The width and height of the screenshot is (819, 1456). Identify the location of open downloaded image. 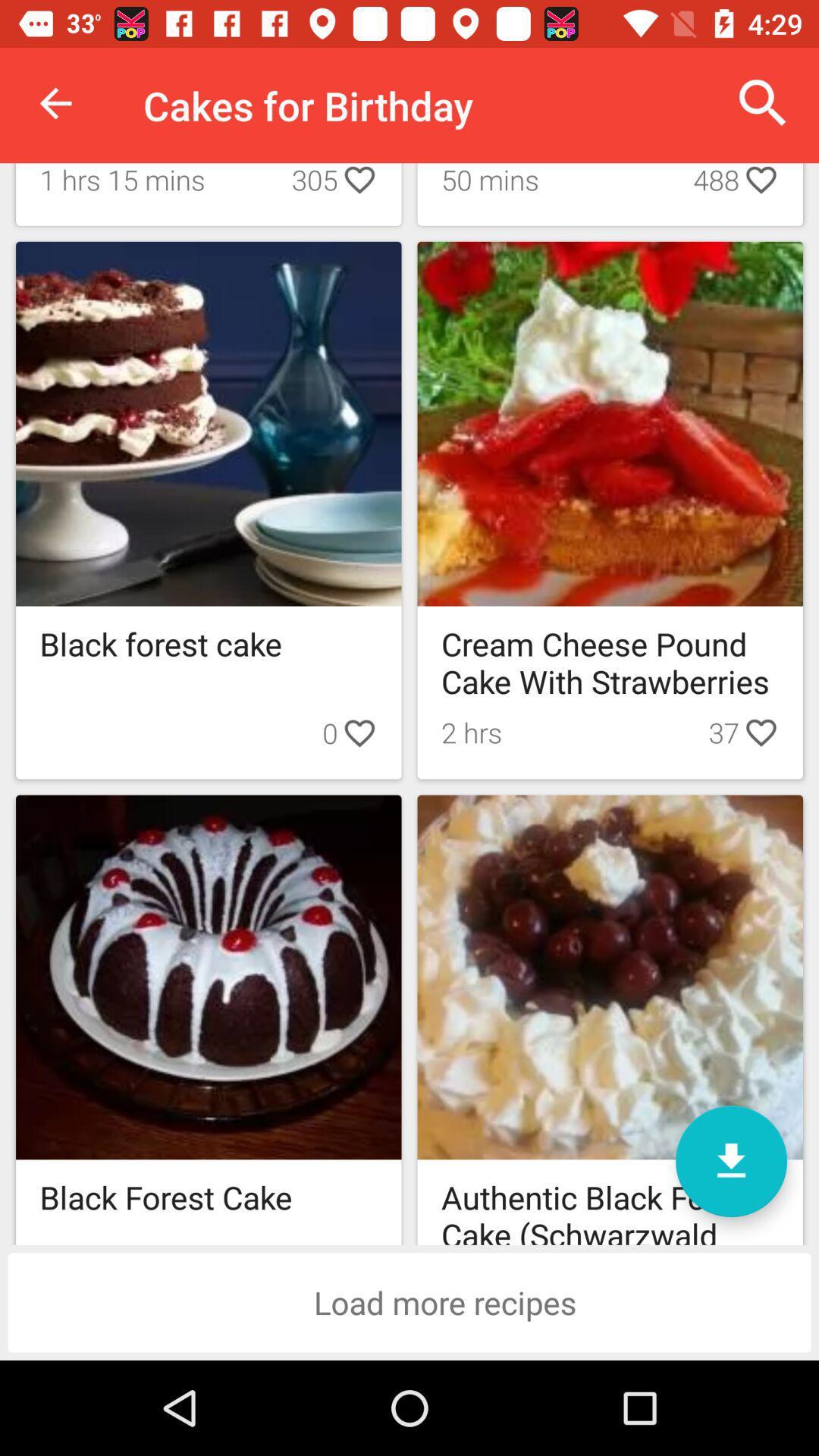
(730, 1160).